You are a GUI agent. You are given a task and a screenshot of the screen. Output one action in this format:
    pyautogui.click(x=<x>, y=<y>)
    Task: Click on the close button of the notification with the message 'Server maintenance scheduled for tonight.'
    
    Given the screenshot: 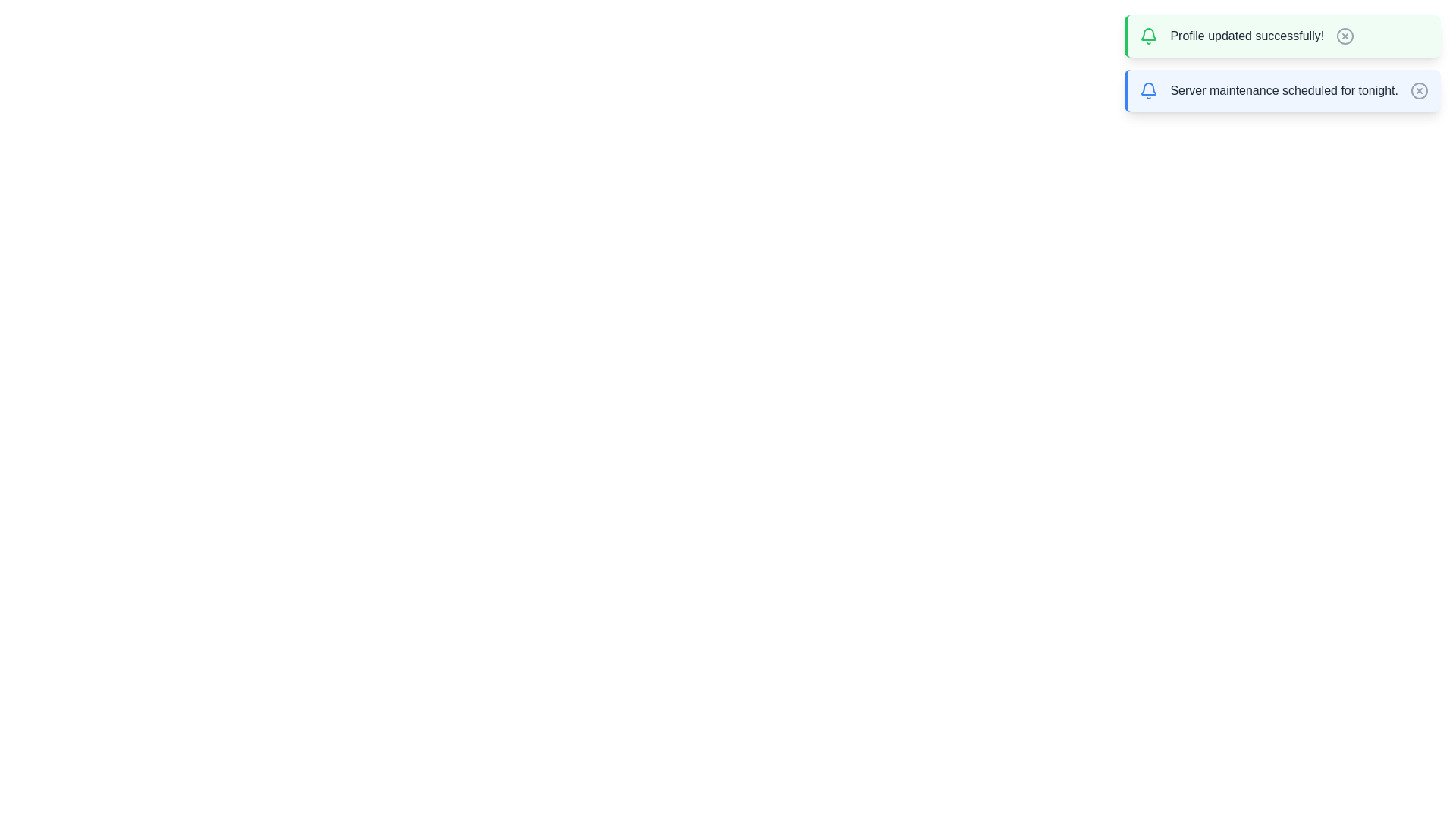 What is the action you would take?
    pyautogui.click(x=1419, y=90)
    